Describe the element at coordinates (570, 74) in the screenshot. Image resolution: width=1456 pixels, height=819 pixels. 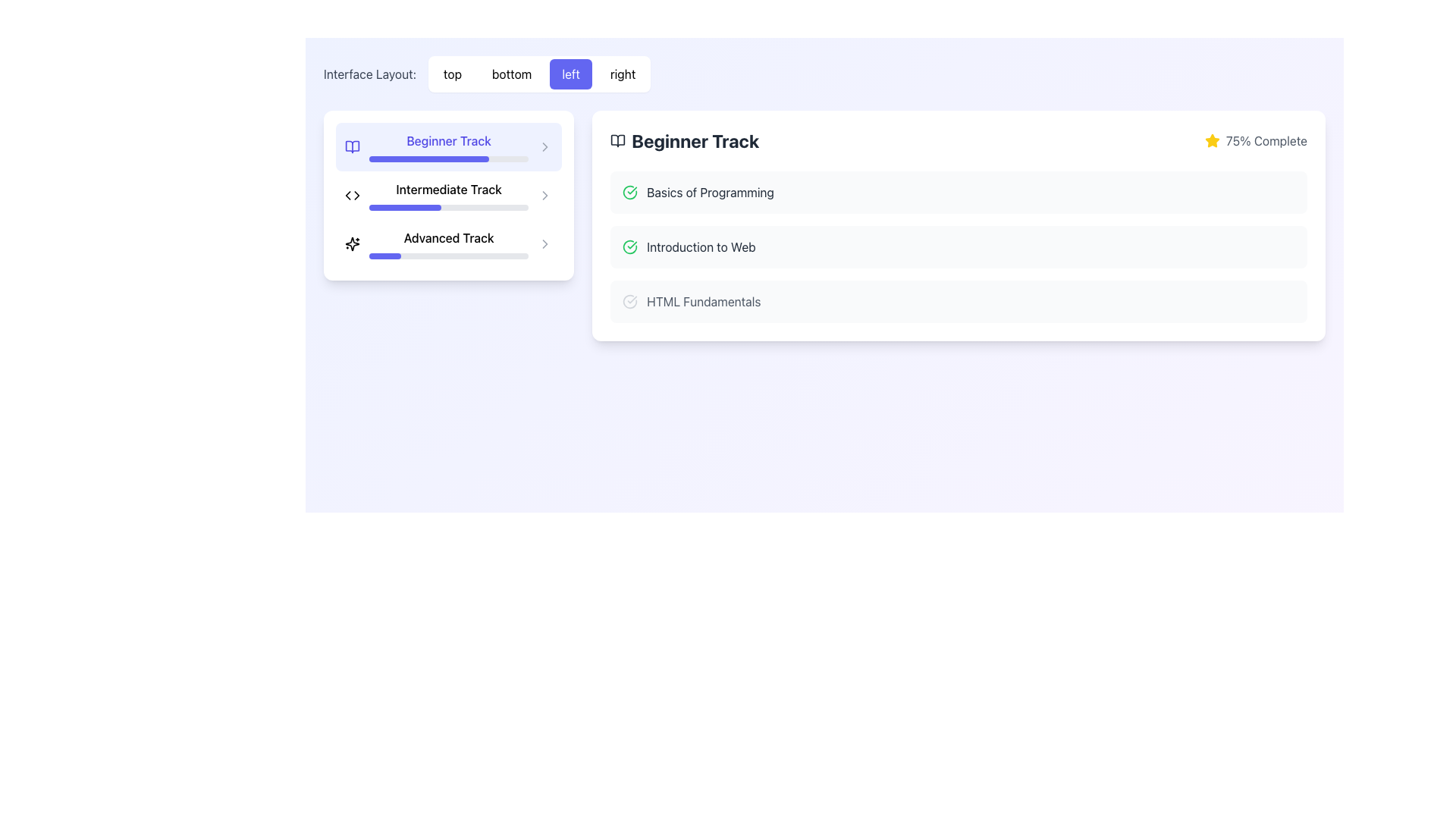
I see `the indigo button with white text reading 'left'` at that location.